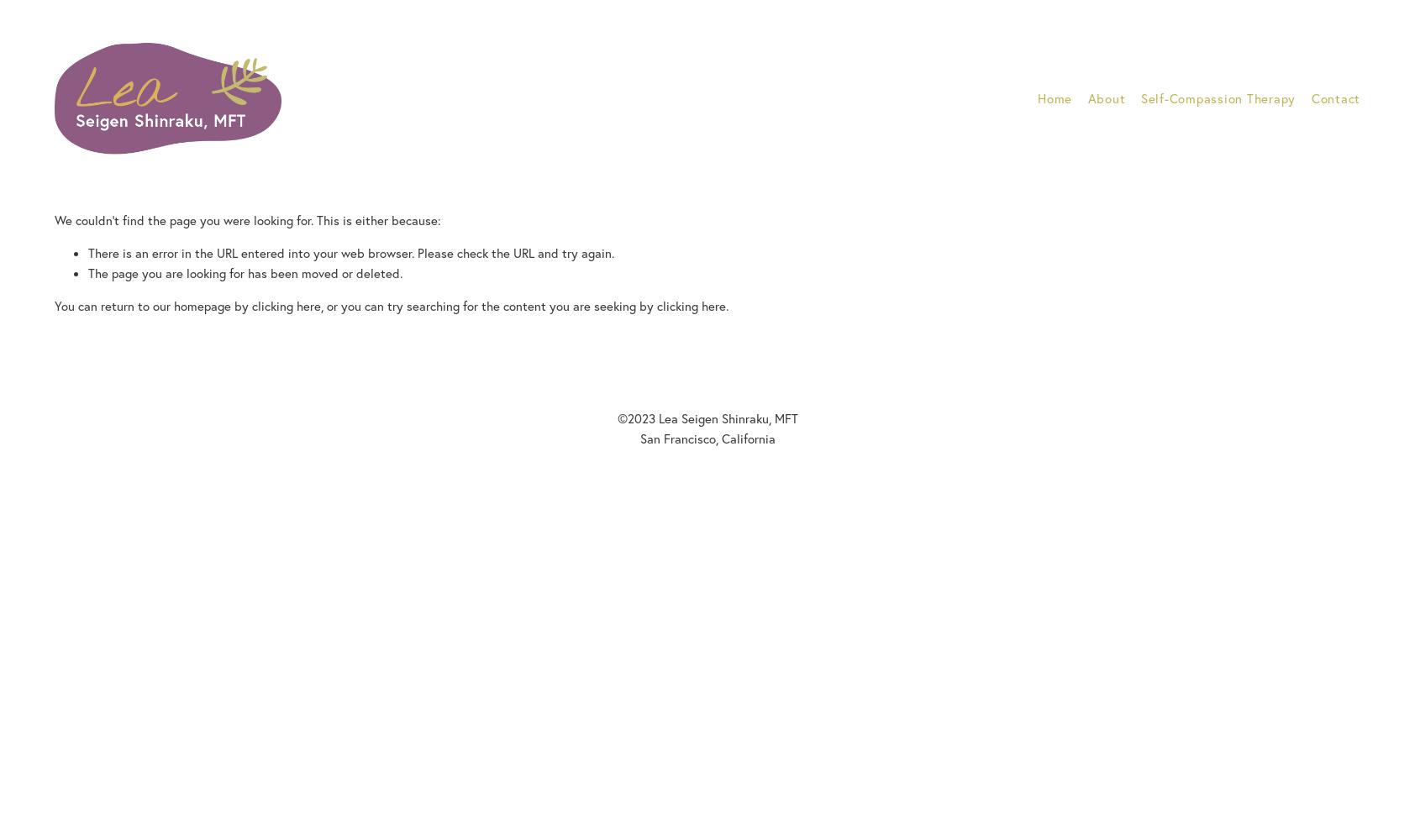 This screenshot has height=840, width=1415. Describe the element at coordinates (152, 304) in the screenshot. I see `'You can return to our homepage by'` at that location.